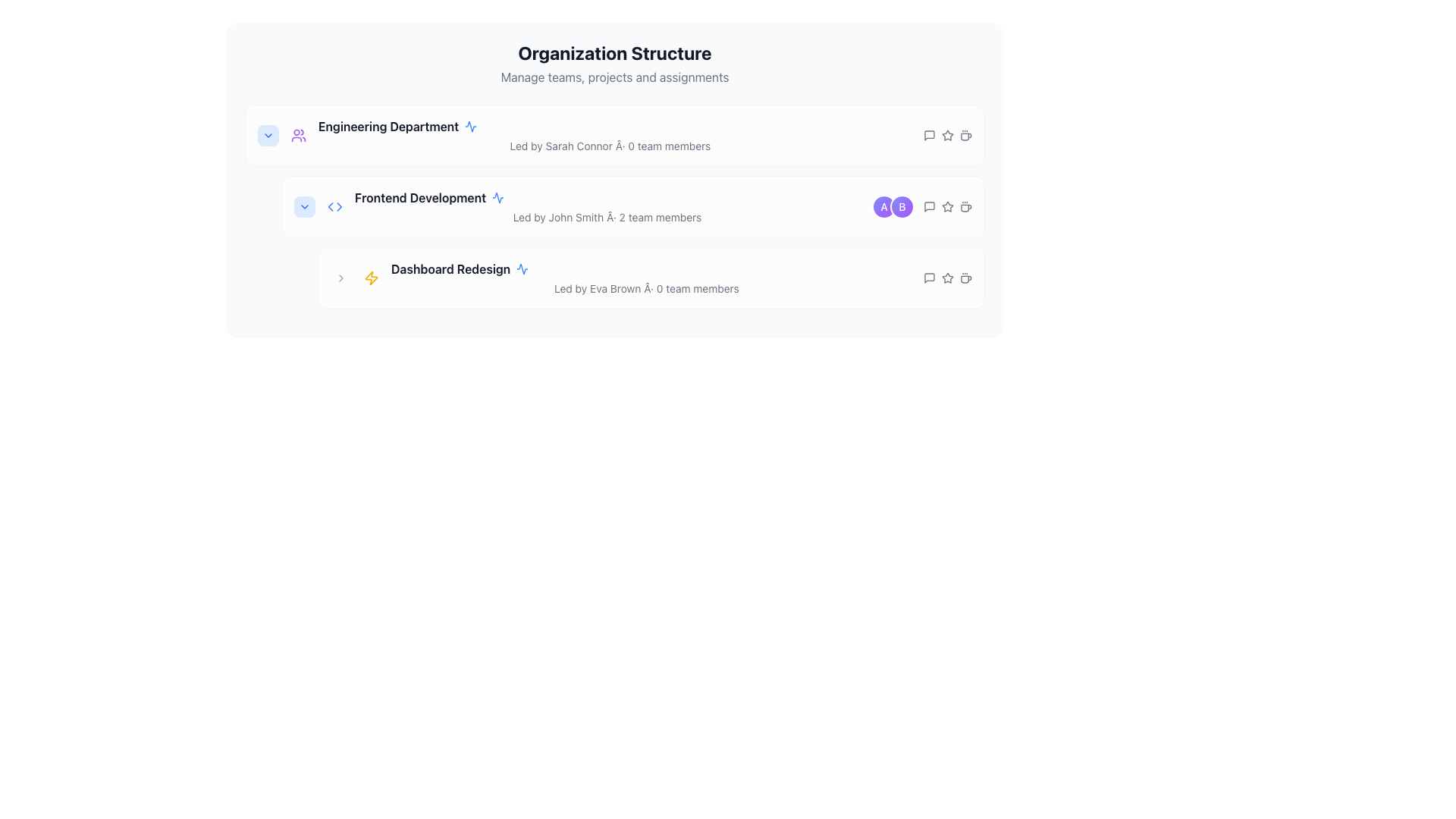 The height and width of the screenshot is (819, 1456). What do you see at coordinates (928, 134) in the screenshot?
I see `the speech bubble icon located in the 'Engineering Department' group item` at bounding box center [928, 134].